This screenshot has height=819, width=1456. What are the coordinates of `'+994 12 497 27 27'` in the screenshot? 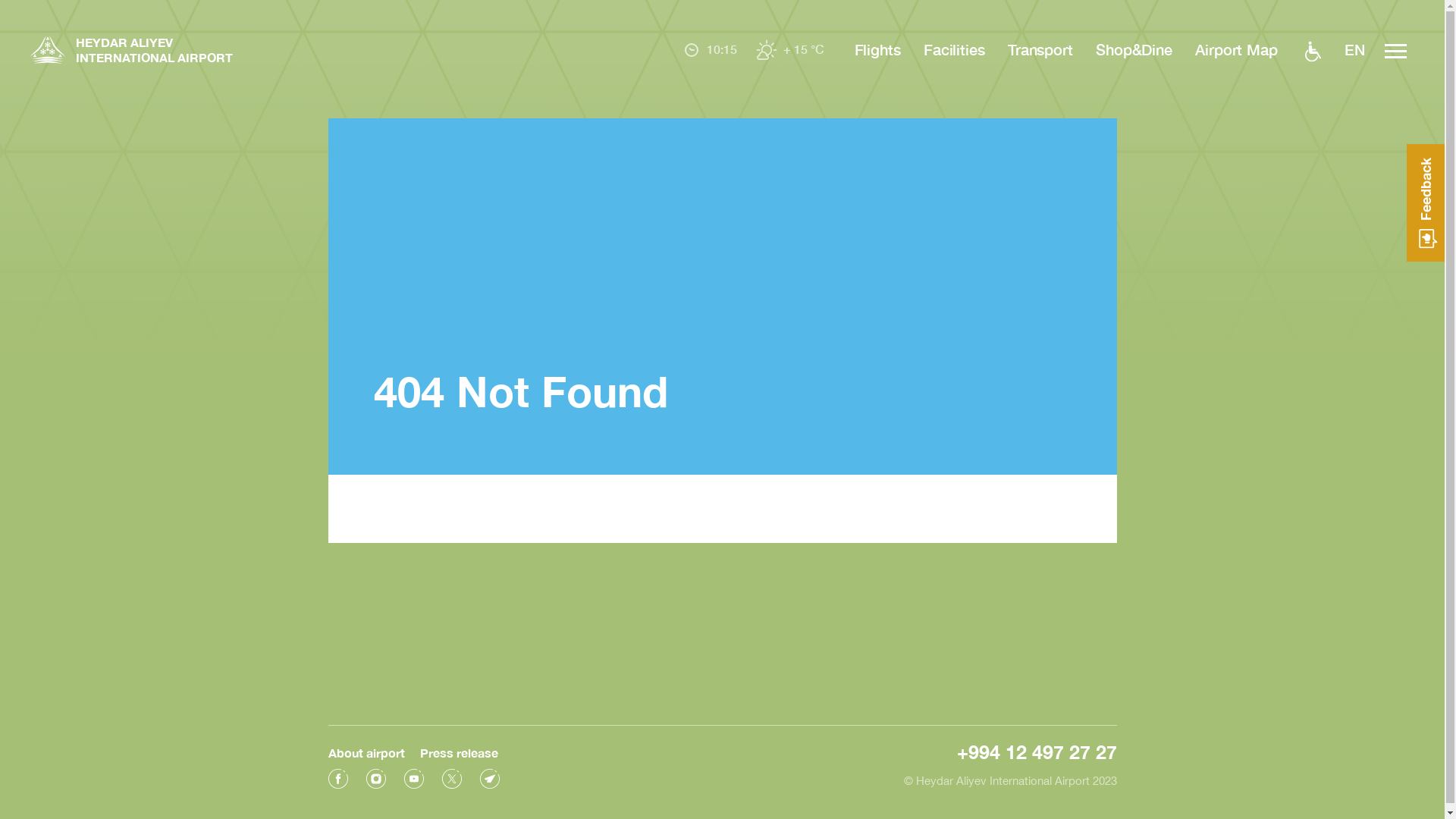 It's located at (956, 752).